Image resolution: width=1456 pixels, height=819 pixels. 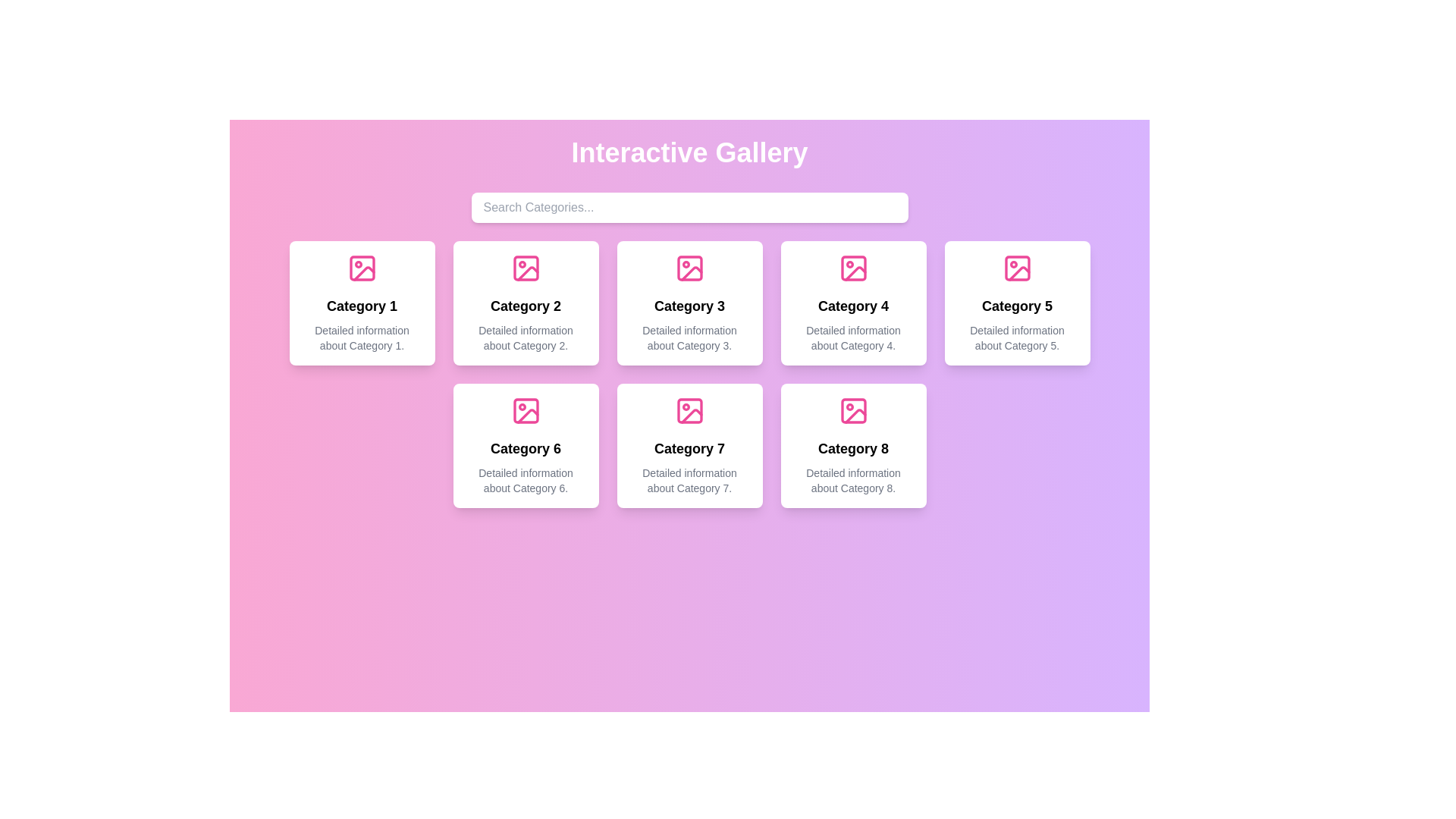 I want to click on the category card representing 'Category 7', which is positioned in the second row, third column of the gallery grid layout, so click(x=689, y=444).